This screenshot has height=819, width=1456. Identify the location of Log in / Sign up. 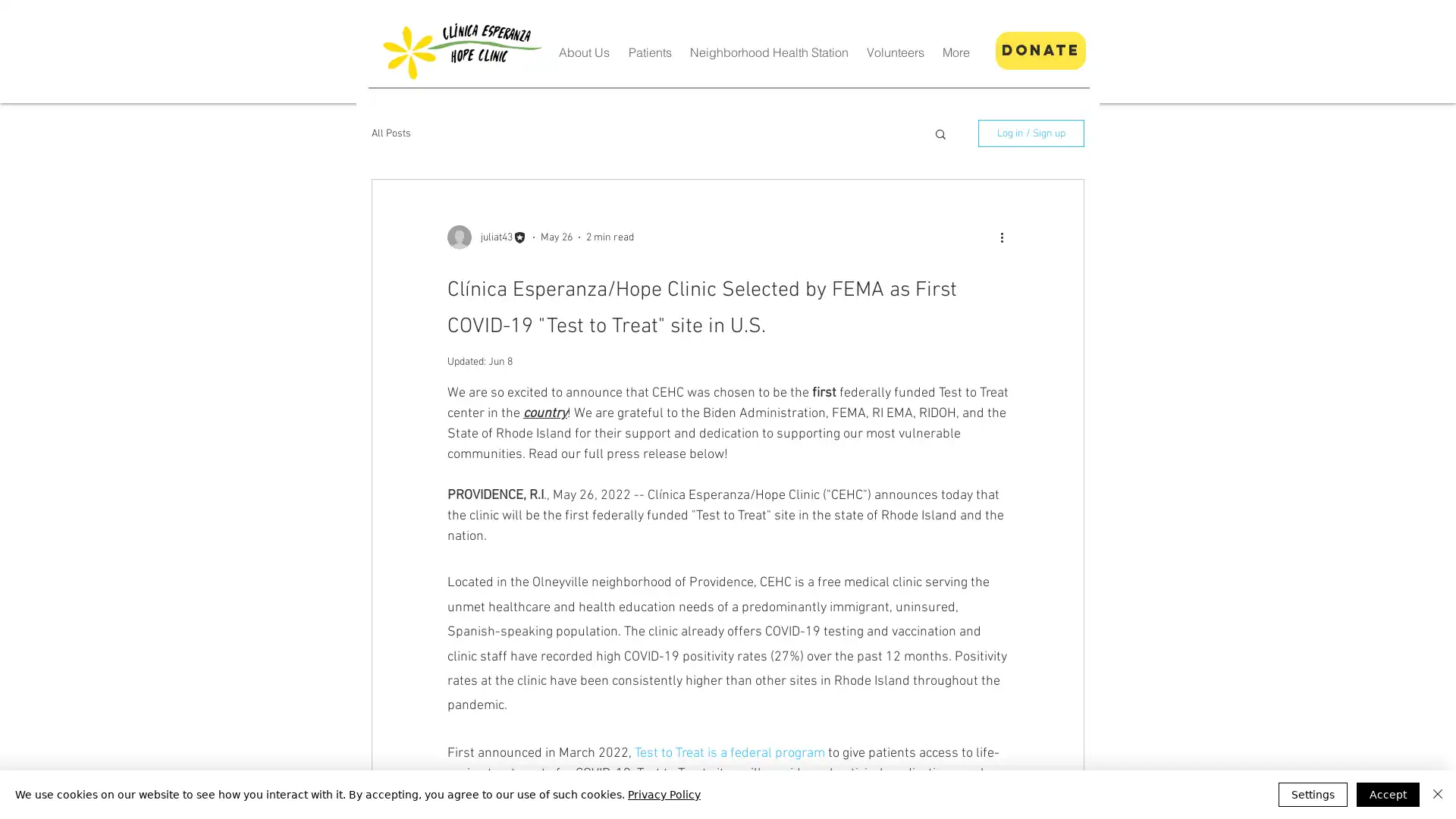
(1031, 133).